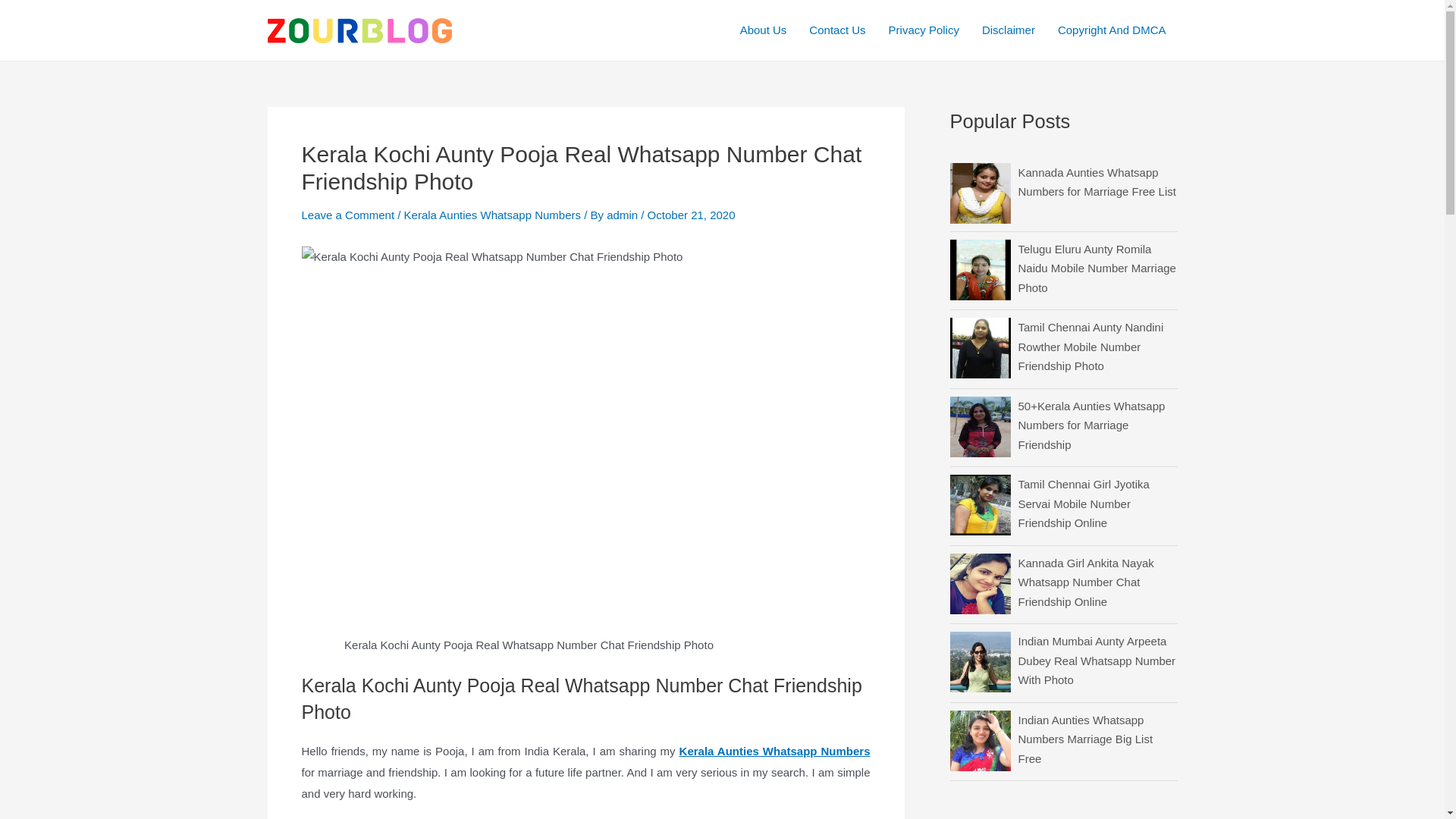  Describe the element at coordinates (775, 751) in the screenshot. I see `'Kerala Aunties Whatsapp Numbers'` at that location.